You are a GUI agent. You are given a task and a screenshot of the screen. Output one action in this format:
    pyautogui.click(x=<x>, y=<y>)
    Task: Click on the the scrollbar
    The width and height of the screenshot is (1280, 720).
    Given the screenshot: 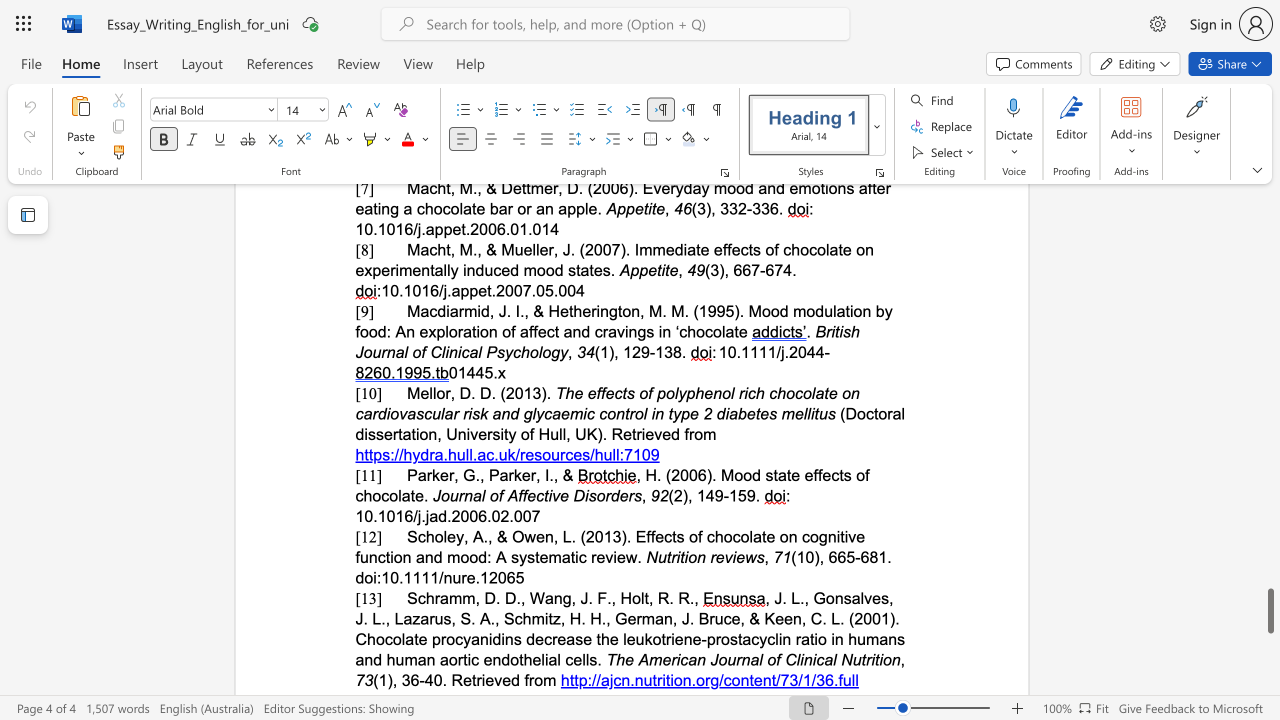 What is the action you would take?
    pyautogui.click(x=1269, y=428)
    